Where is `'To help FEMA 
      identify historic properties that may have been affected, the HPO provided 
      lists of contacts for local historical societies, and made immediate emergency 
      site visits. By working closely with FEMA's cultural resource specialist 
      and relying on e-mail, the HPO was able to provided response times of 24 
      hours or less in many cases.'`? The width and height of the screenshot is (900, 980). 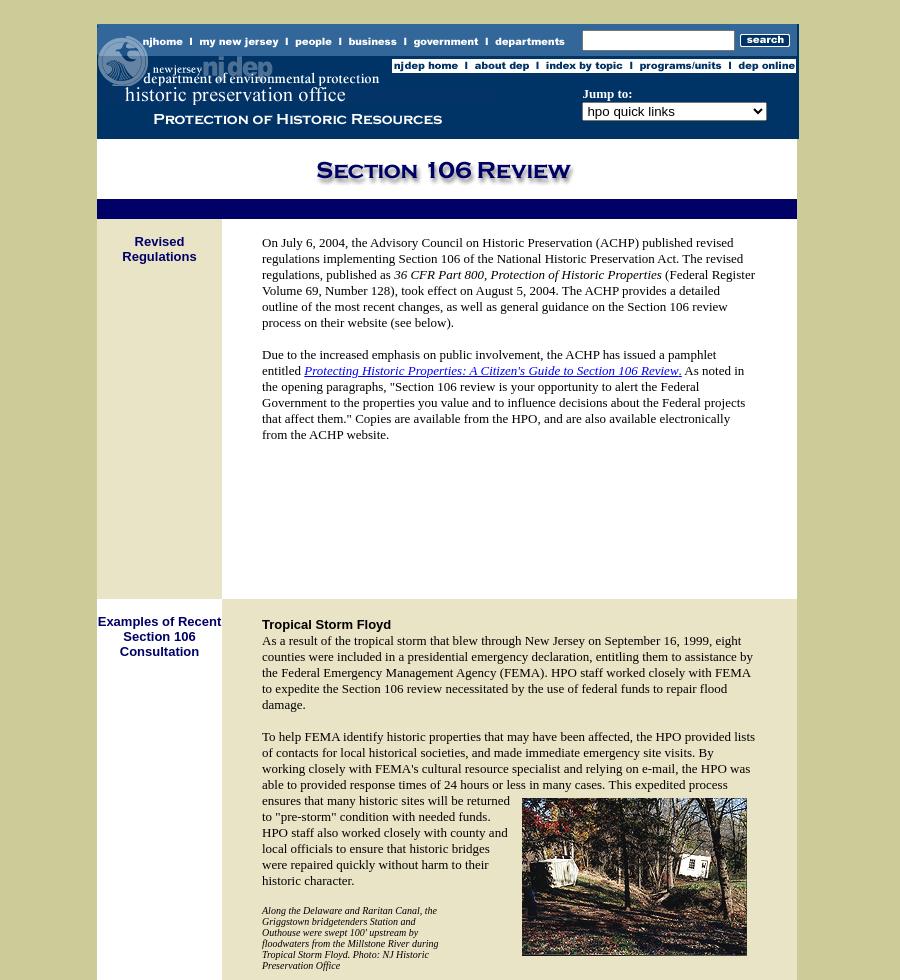
'To help FEMA 
      identify historic properties that may have been affected, the HPO provided 
      lists of contacts for local historical societies, and made immediate emergency 
      site visits. By working closely with FEMA's cultural resource specialist 
      and relying on e-mail, the HPO was able to provided response times of 24 
      hours or less in many cases.' is located at coordinates (507, 760).